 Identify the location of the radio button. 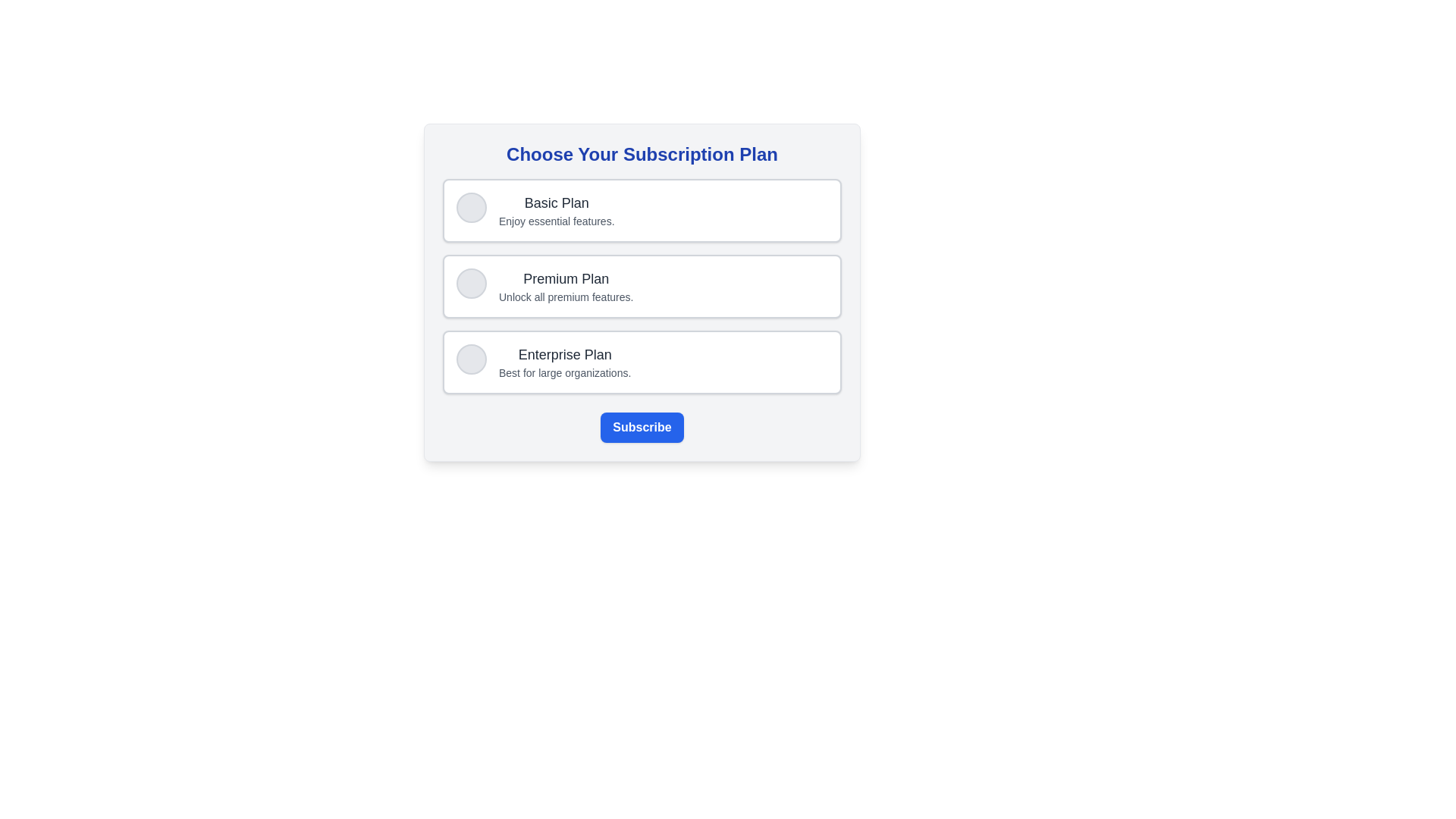
(471, 359).